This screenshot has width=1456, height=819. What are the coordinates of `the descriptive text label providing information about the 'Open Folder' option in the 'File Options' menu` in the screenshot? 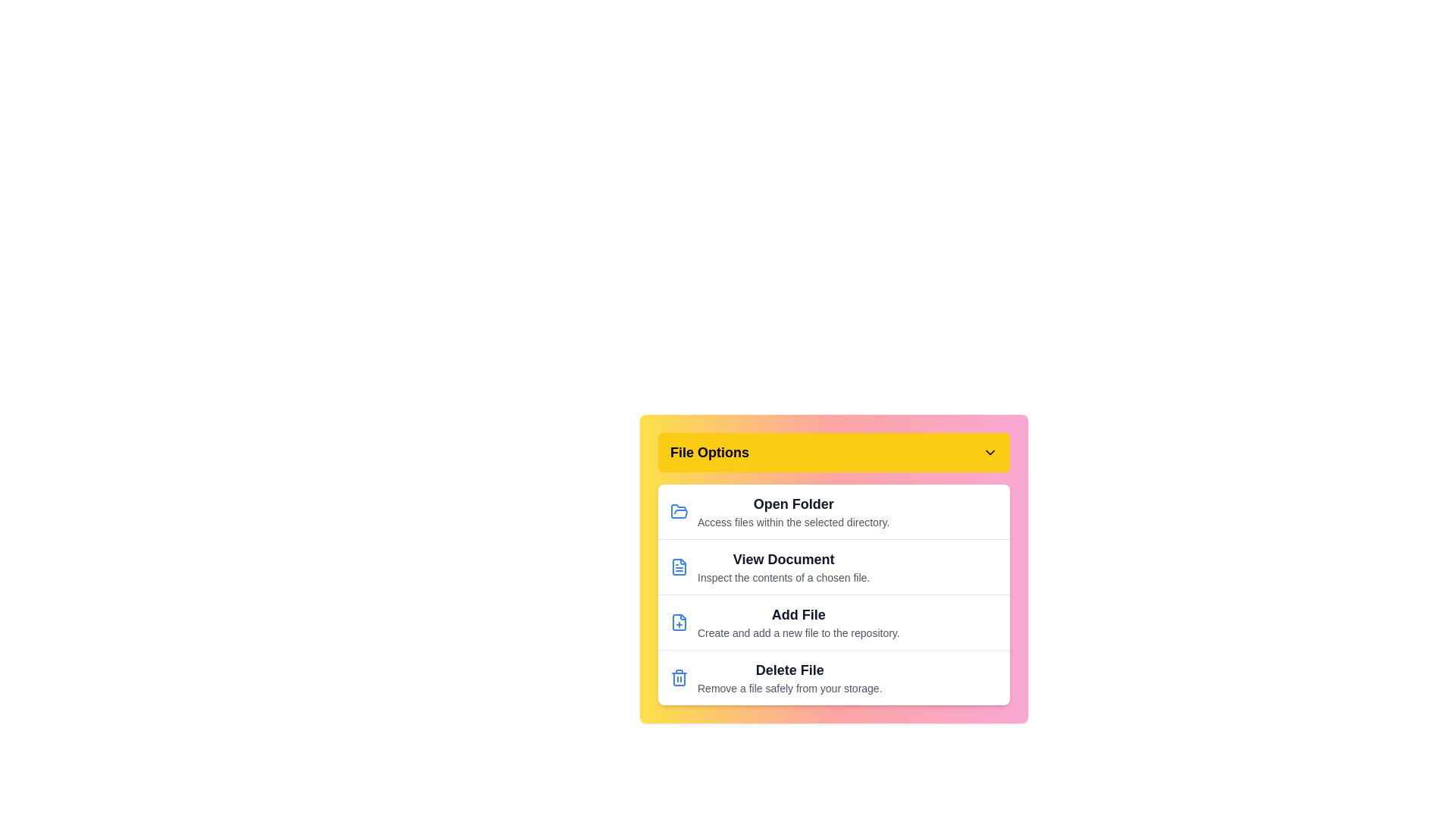 It's located at (792, 522).